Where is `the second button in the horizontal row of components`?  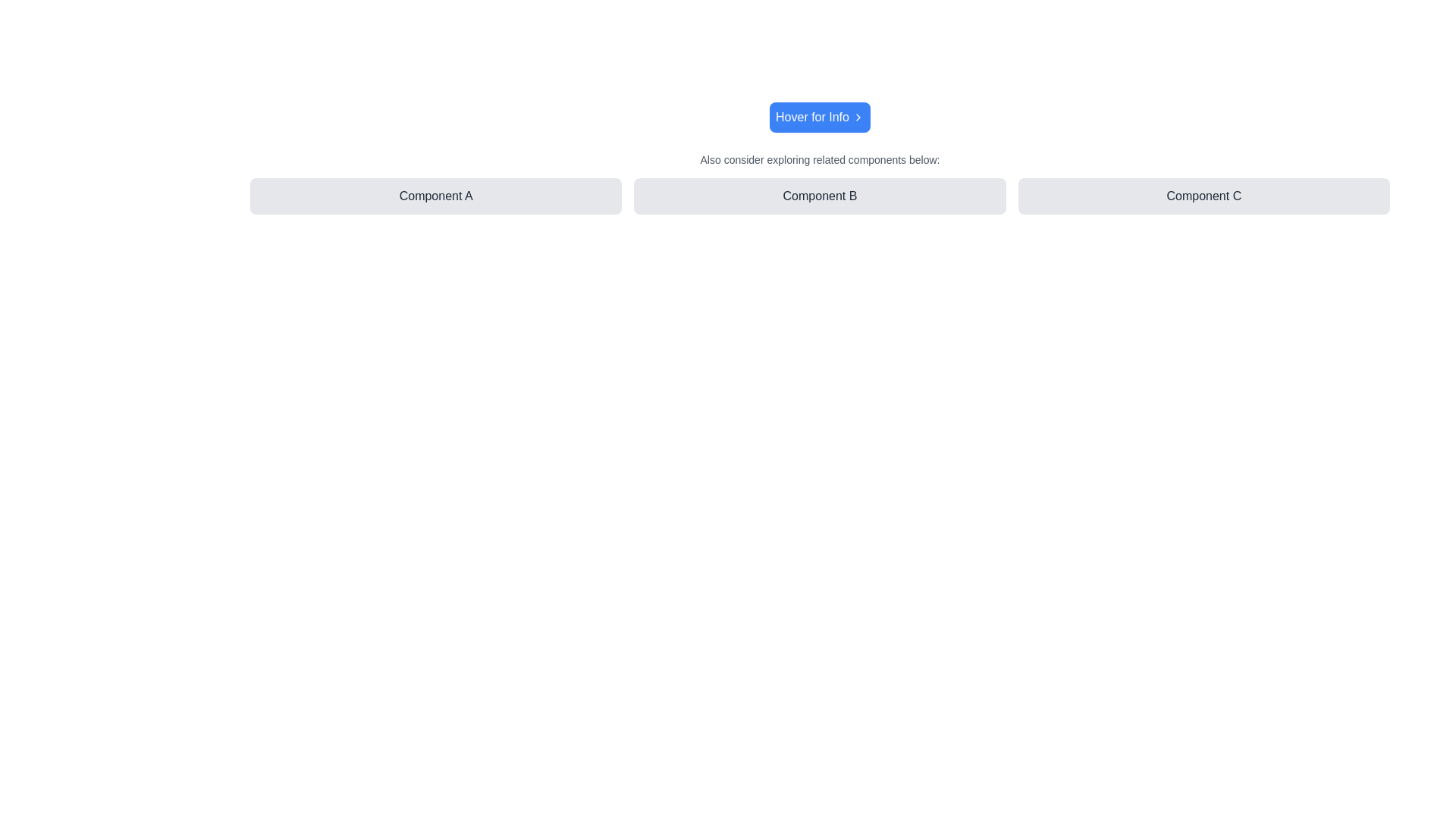
the second button in the horizontal row of components is located at coordinates (818, 195).